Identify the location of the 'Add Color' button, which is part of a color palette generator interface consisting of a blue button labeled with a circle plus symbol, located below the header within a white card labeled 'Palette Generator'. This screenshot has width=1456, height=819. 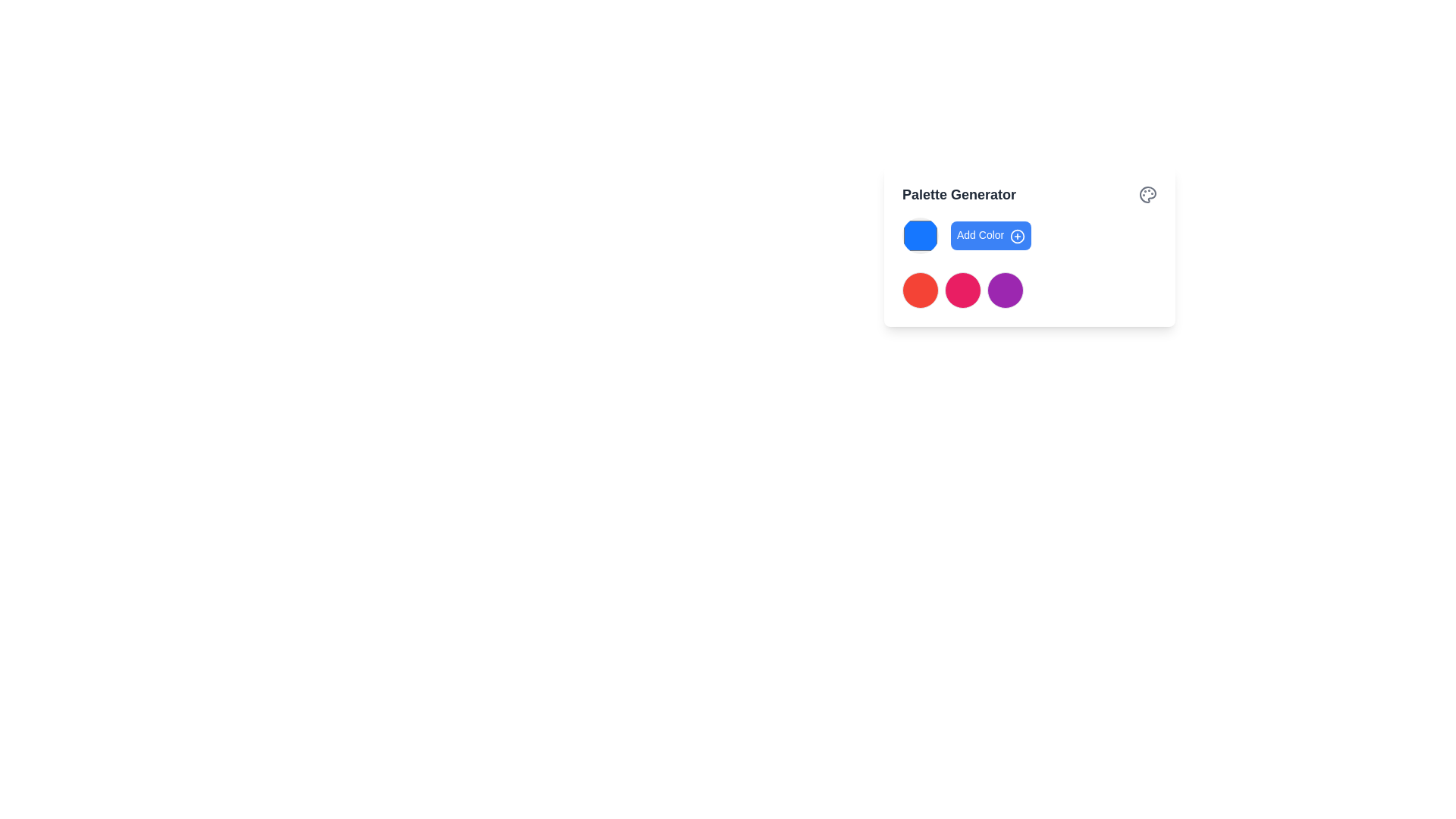
(1030, 236).